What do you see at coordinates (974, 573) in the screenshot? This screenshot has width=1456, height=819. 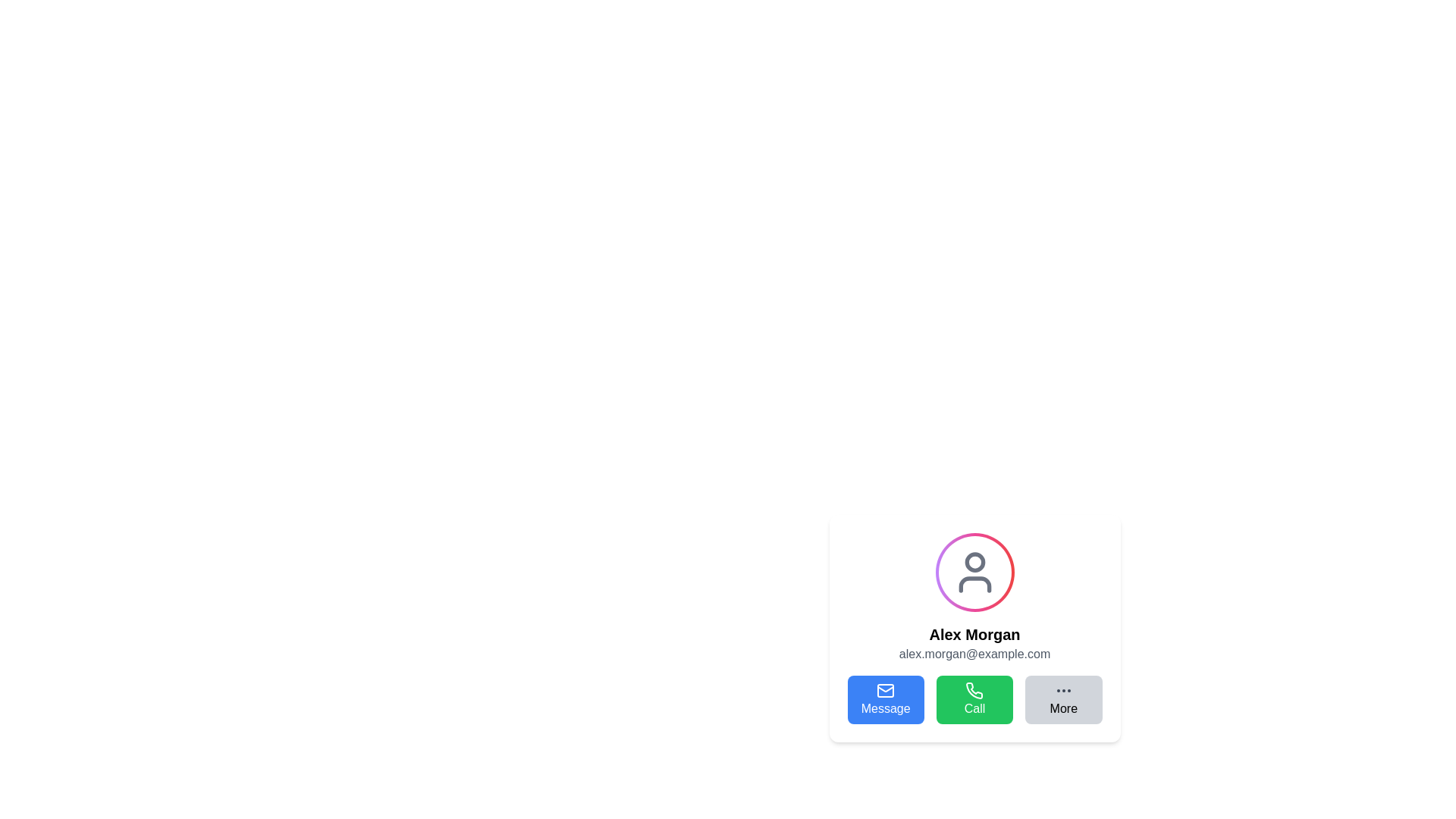 I see `the profile image placeholder for user 'Alex Morgan', located at the top center of the user card` at bounding box center [974, 573].